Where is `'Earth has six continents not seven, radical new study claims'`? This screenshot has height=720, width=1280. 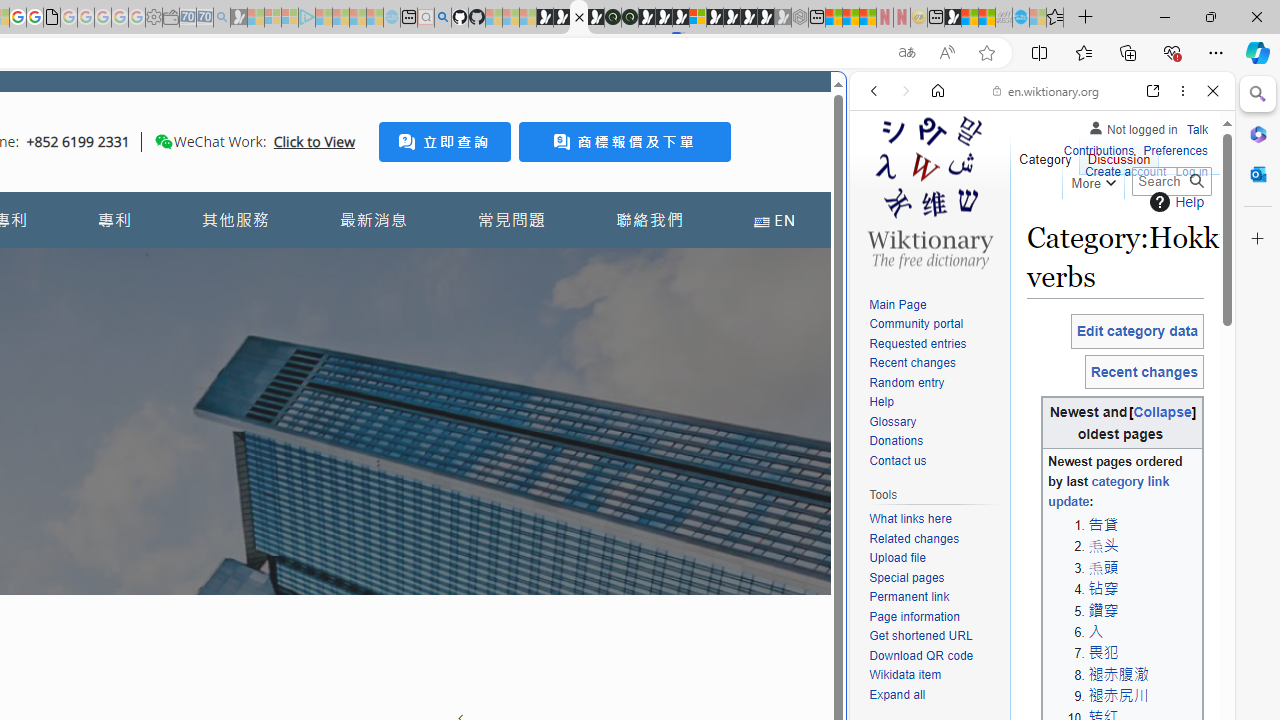 'Earth has six continents not seven, radical new study claims' is located at coordinates (986, 17).